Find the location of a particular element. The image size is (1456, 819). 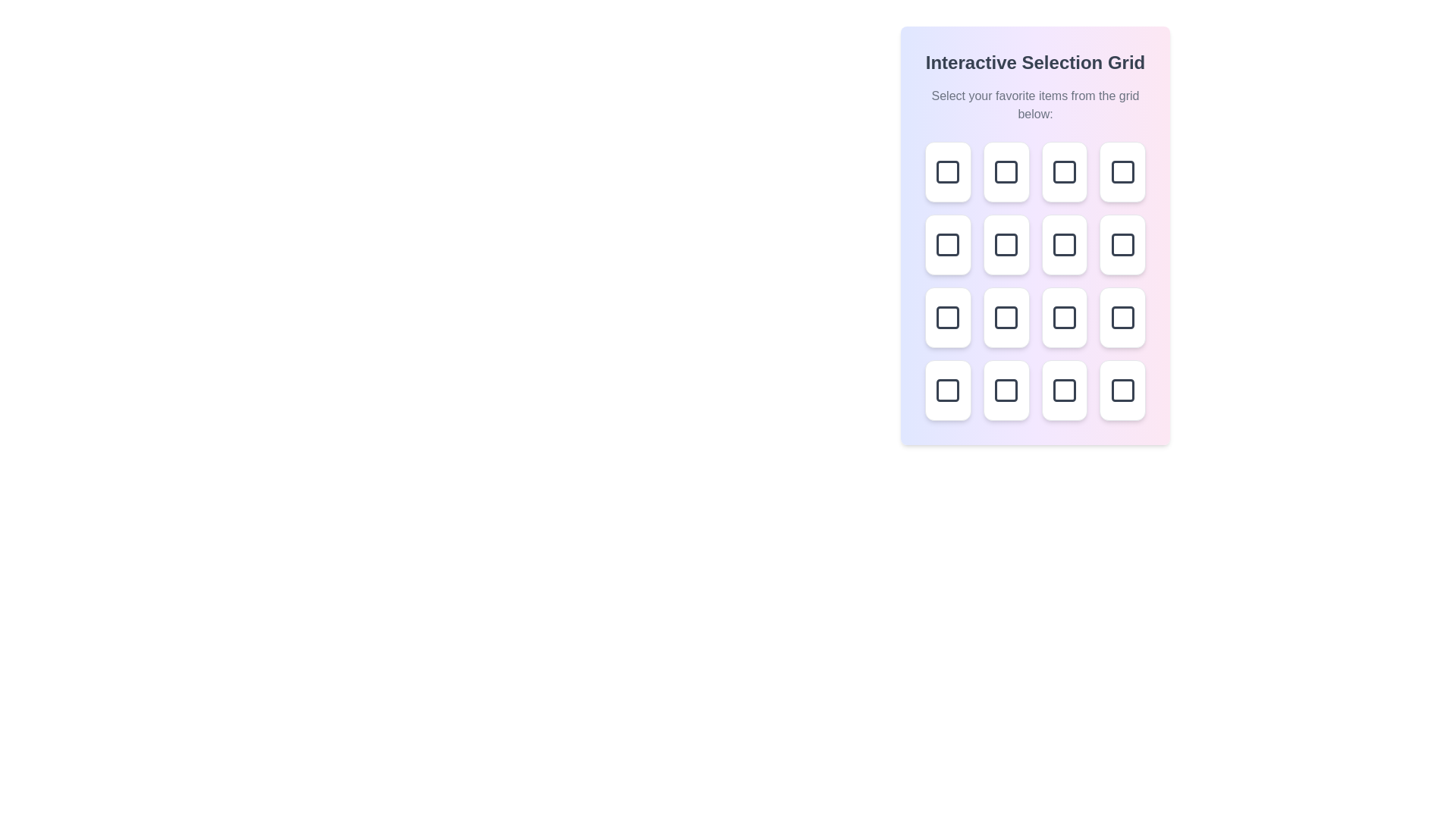

the grid cell within the 'Interactive Selection Grid' is located at coordinates (1034, 281).